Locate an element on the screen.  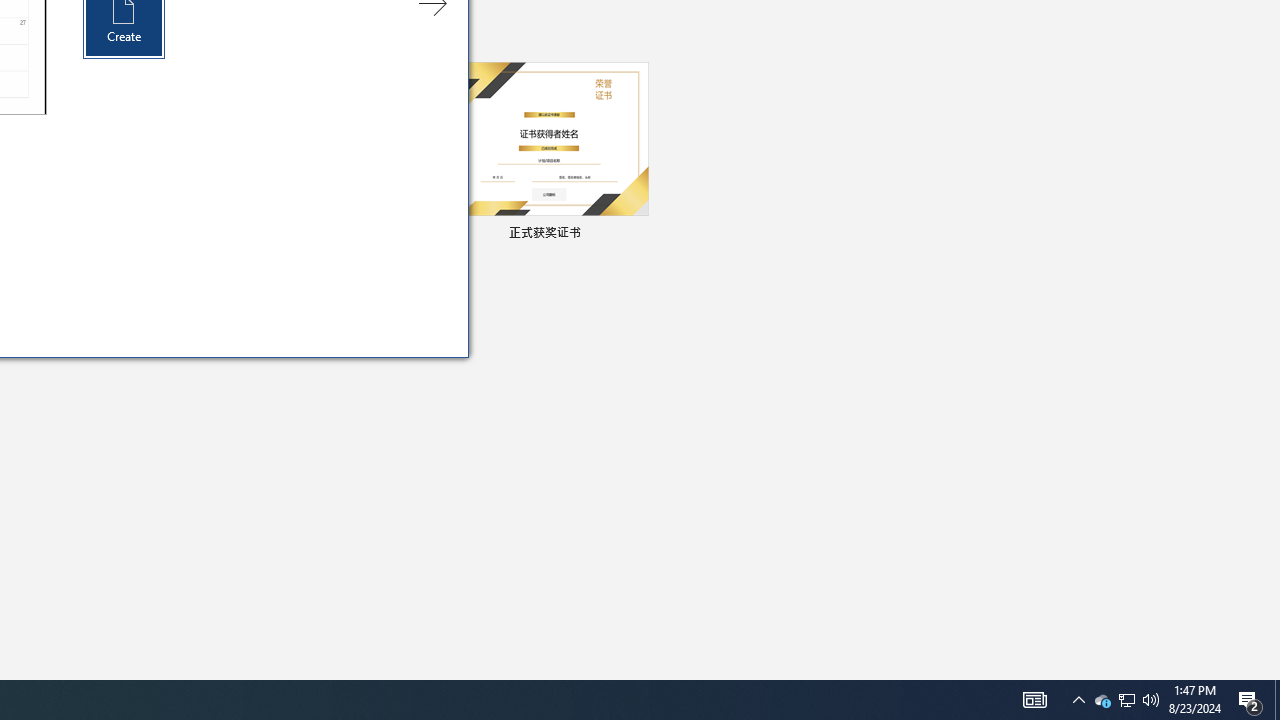
'Notification Chevron' is located at coordinates (1078, 698).